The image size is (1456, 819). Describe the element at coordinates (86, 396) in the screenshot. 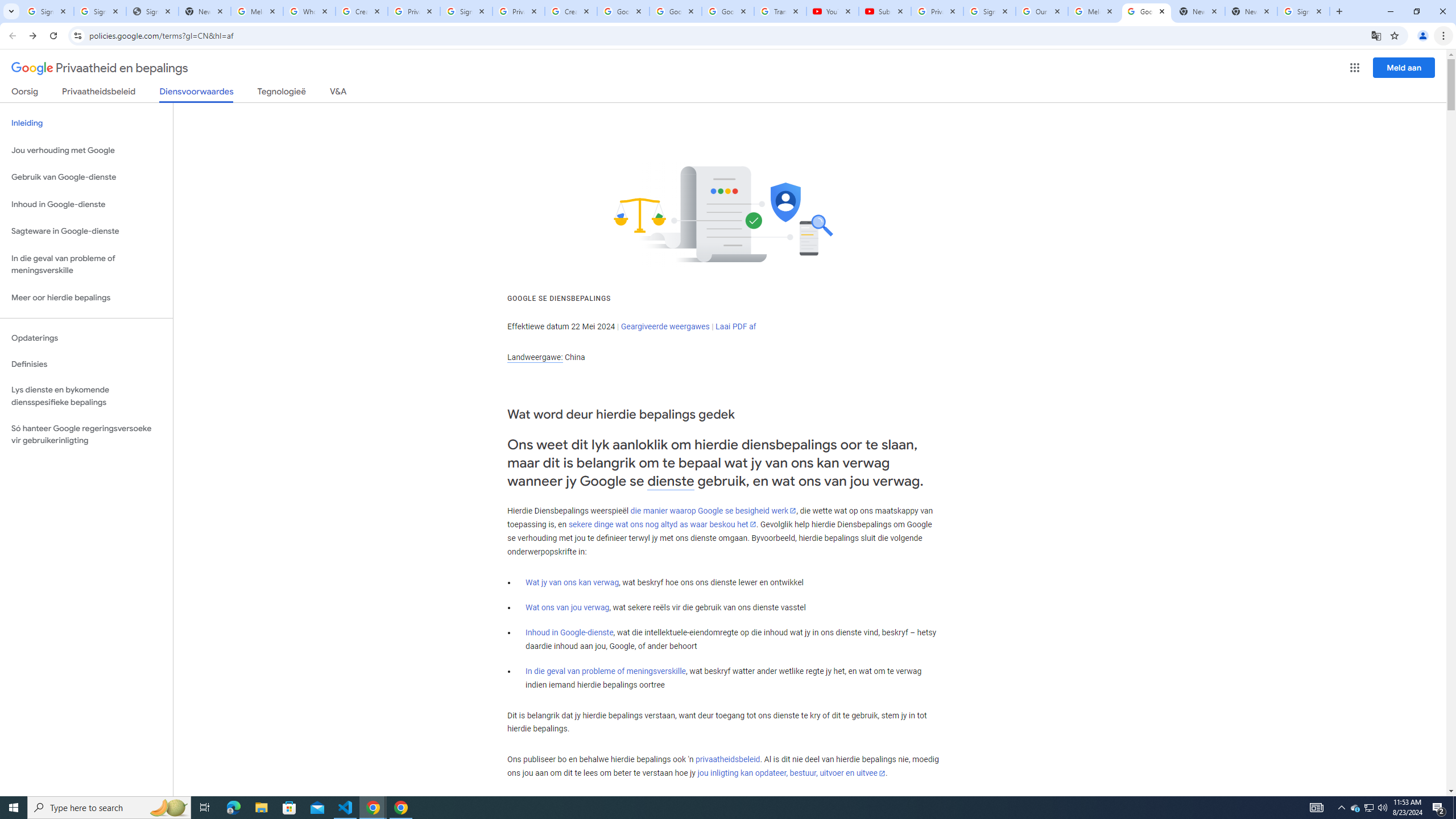

I see `'Lys dienste en bykomende diensspesifieke bepalings'` at that location.